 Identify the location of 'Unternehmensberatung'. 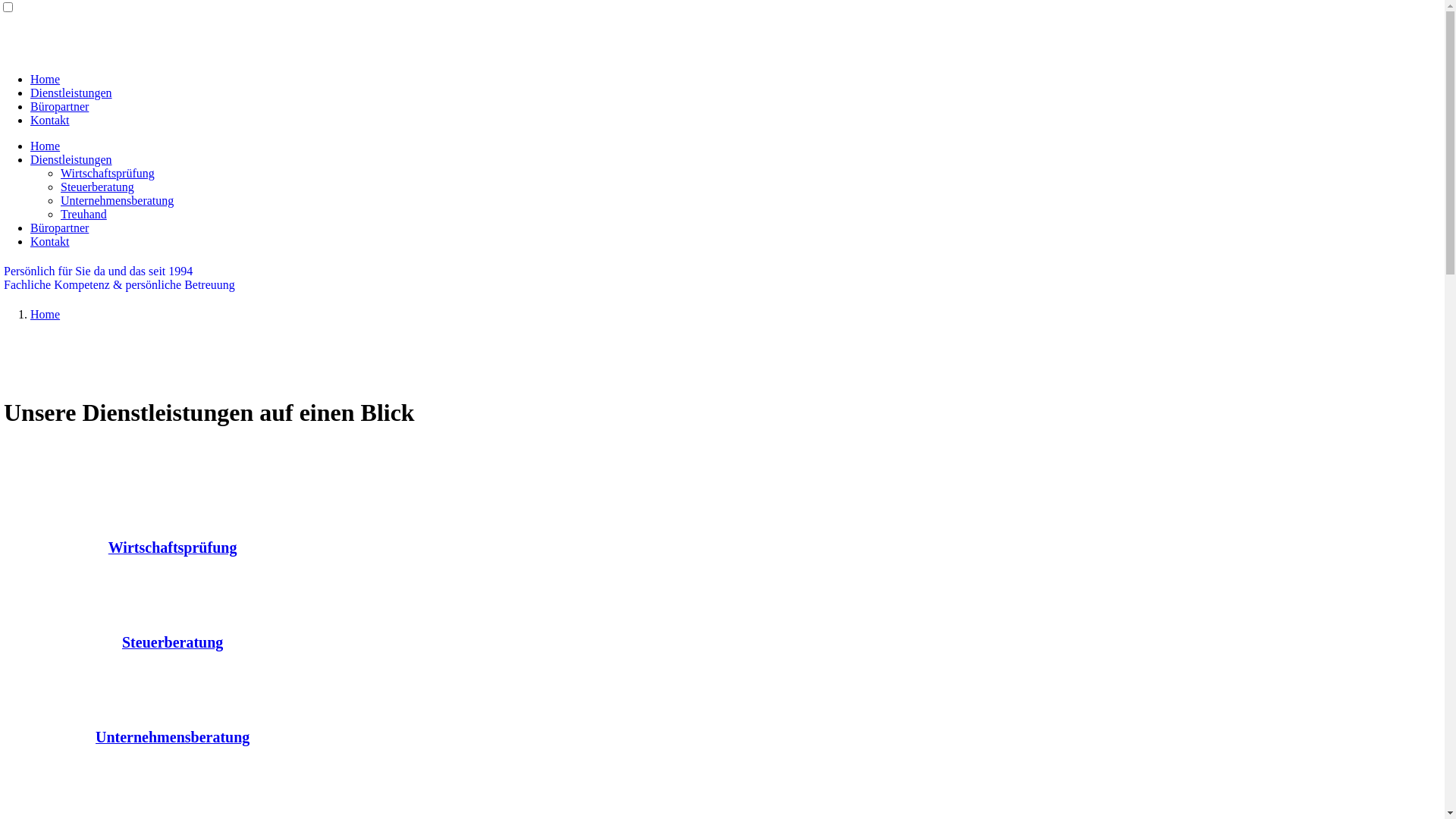
(94, 737).